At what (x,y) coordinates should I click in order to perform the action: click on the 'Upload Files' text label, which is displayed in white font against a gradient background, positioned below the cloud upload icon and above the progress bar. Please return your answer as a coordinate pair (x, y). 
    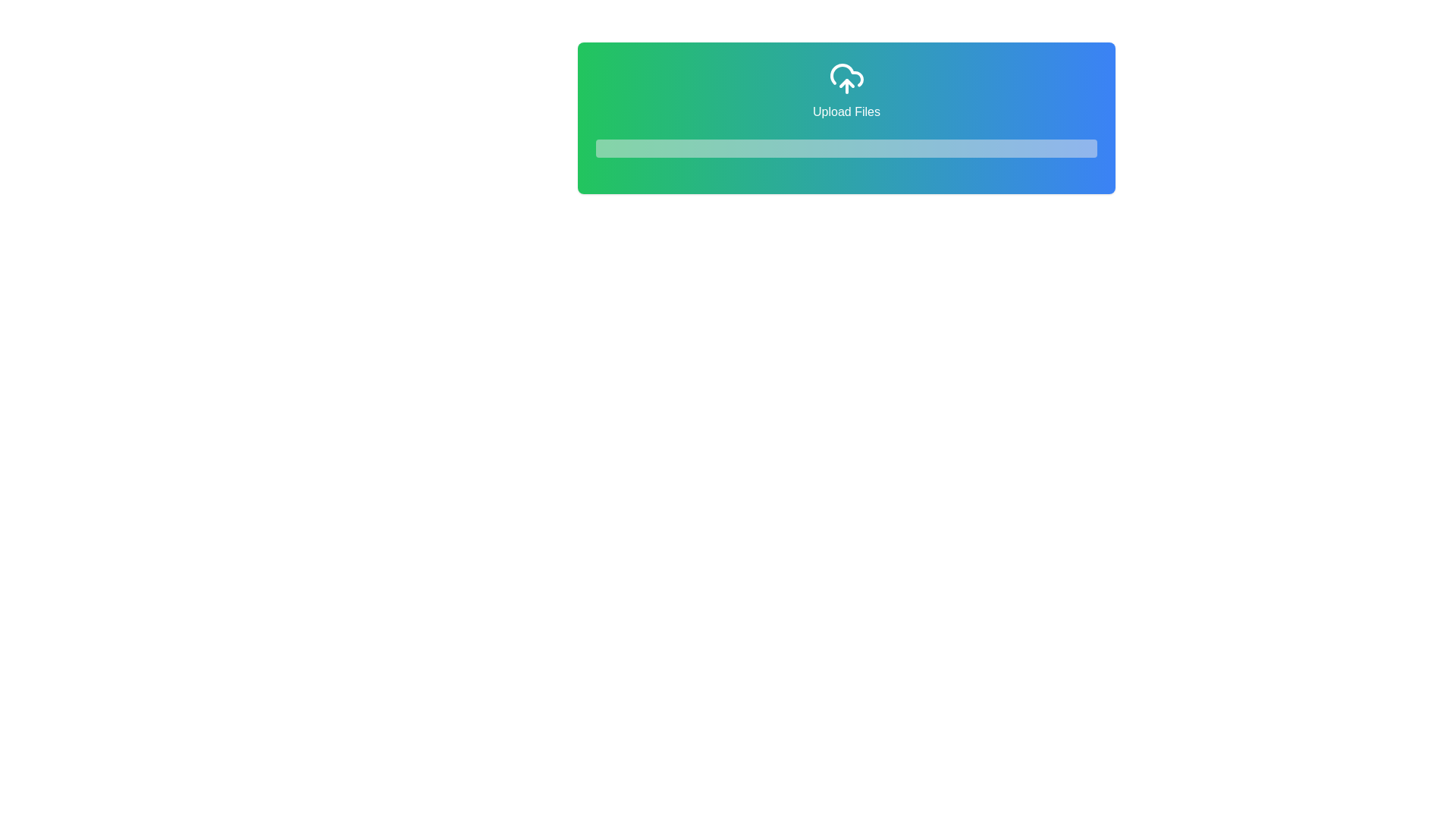
    Looking at the image, I should click on (846, 111).